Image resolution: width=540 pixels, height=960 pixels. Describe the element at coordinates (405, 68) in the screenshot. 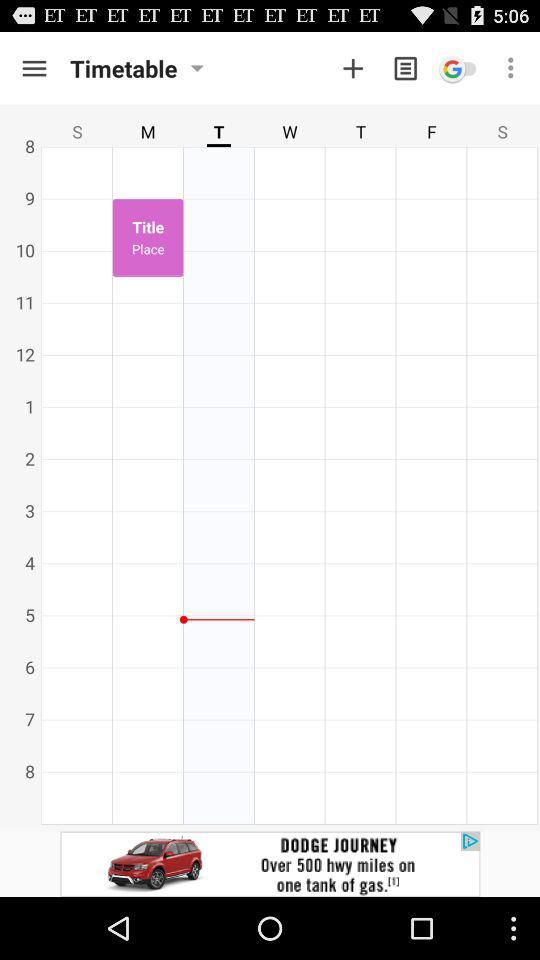

I see `message option` at that location.